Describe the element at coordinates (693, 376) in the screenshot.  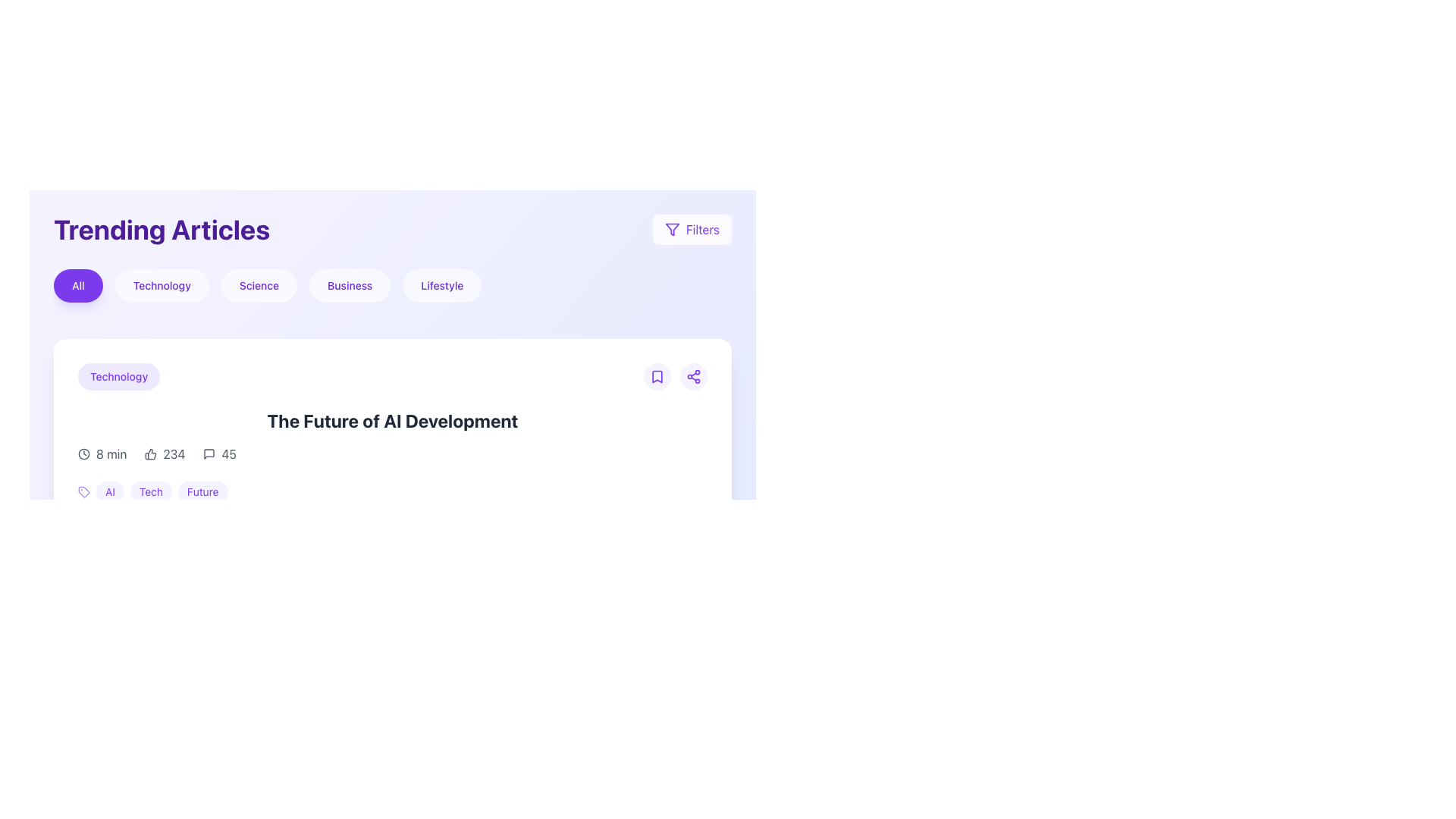
I see `the share icon located at the top-right corner of the card, next to the bookmark icon, to share the content` at that location.